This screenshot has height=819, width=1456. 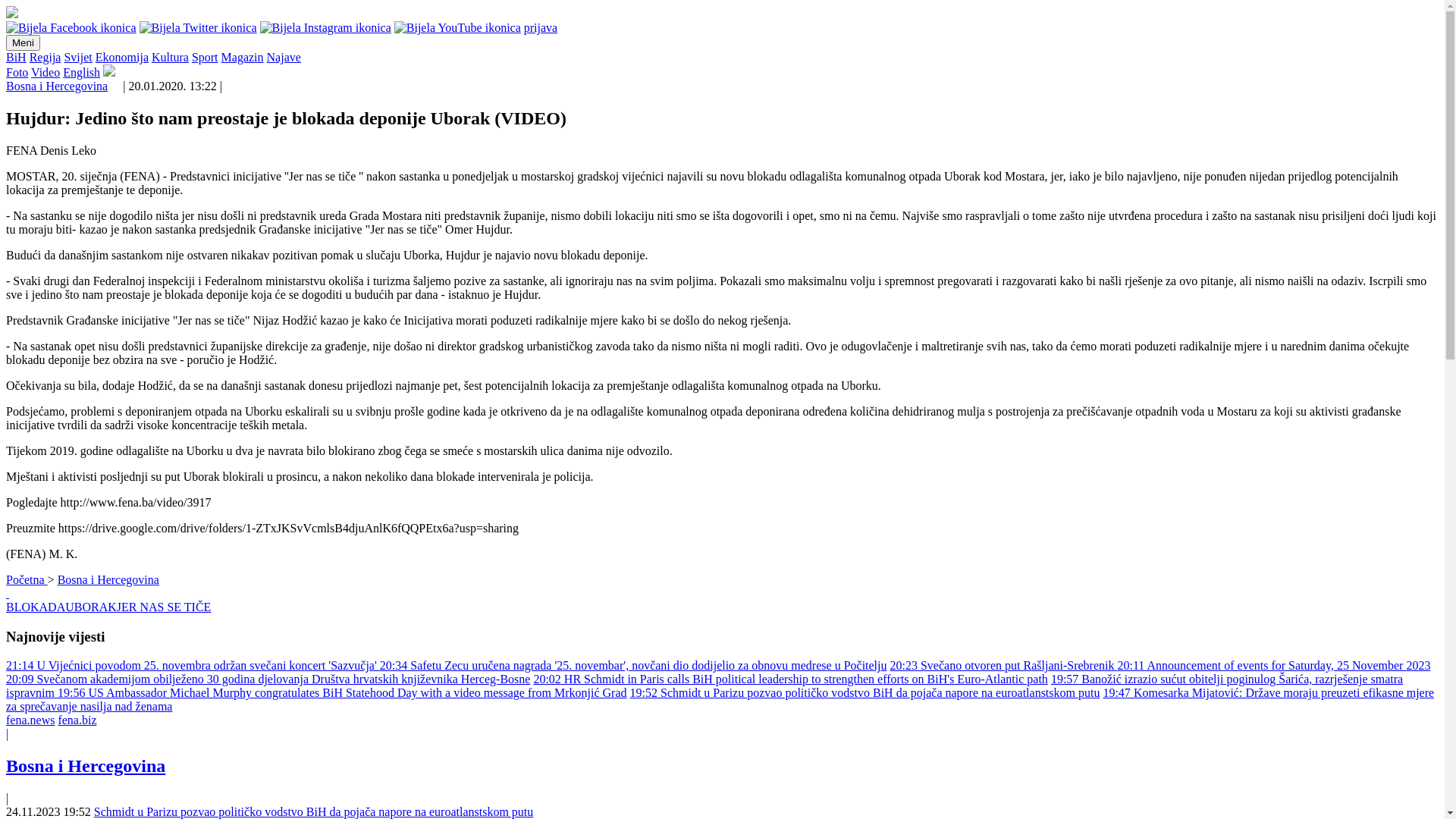 I want to click on 'Regija', so click(x=45, y=56).